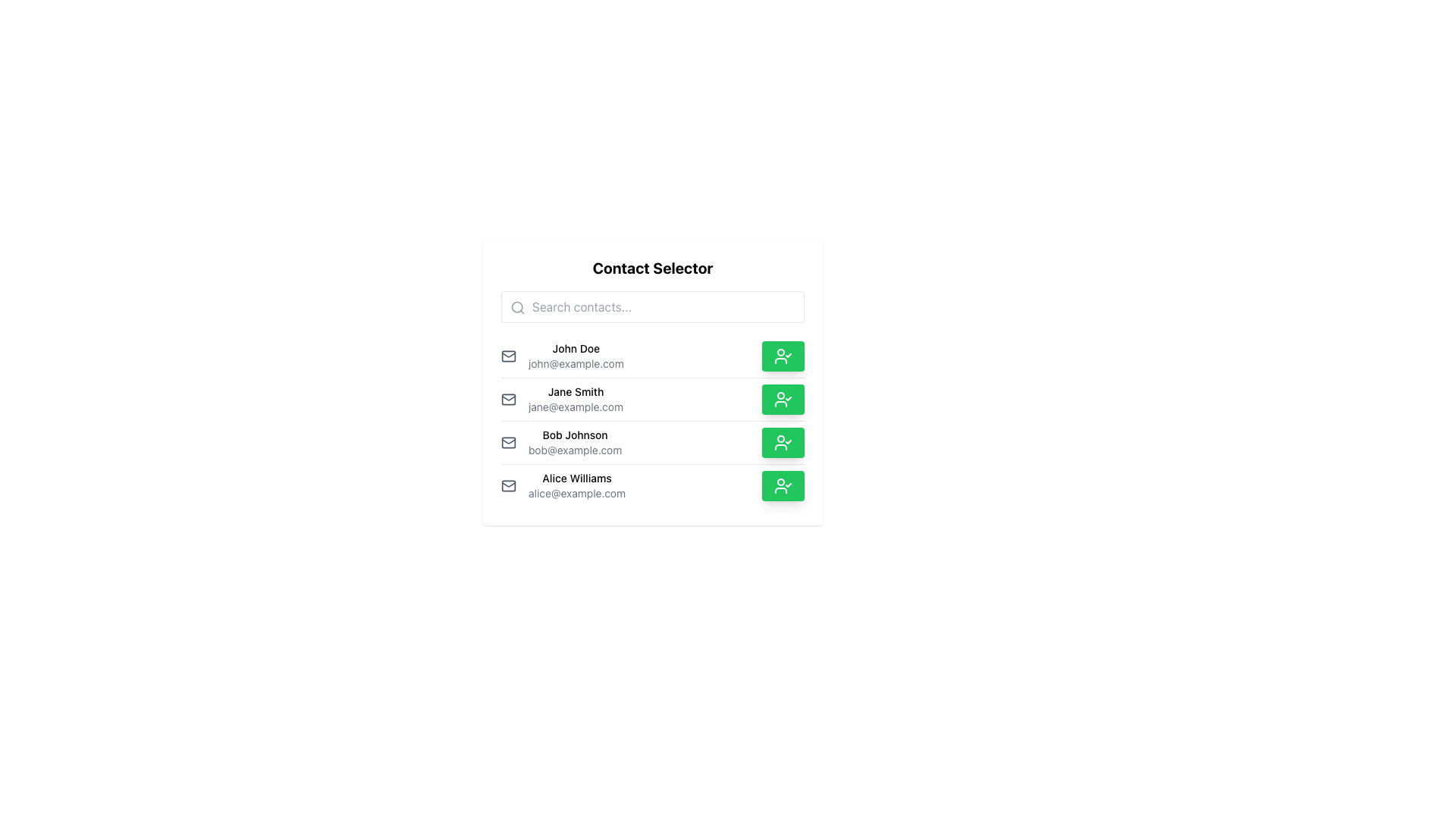 The width and height of the screenshot is (1456, 819). I want to click on text block containing the name and email address of the contact, which is the second item in a vertical list of four contact entries, located at the center of the interface, so click(575, 399).